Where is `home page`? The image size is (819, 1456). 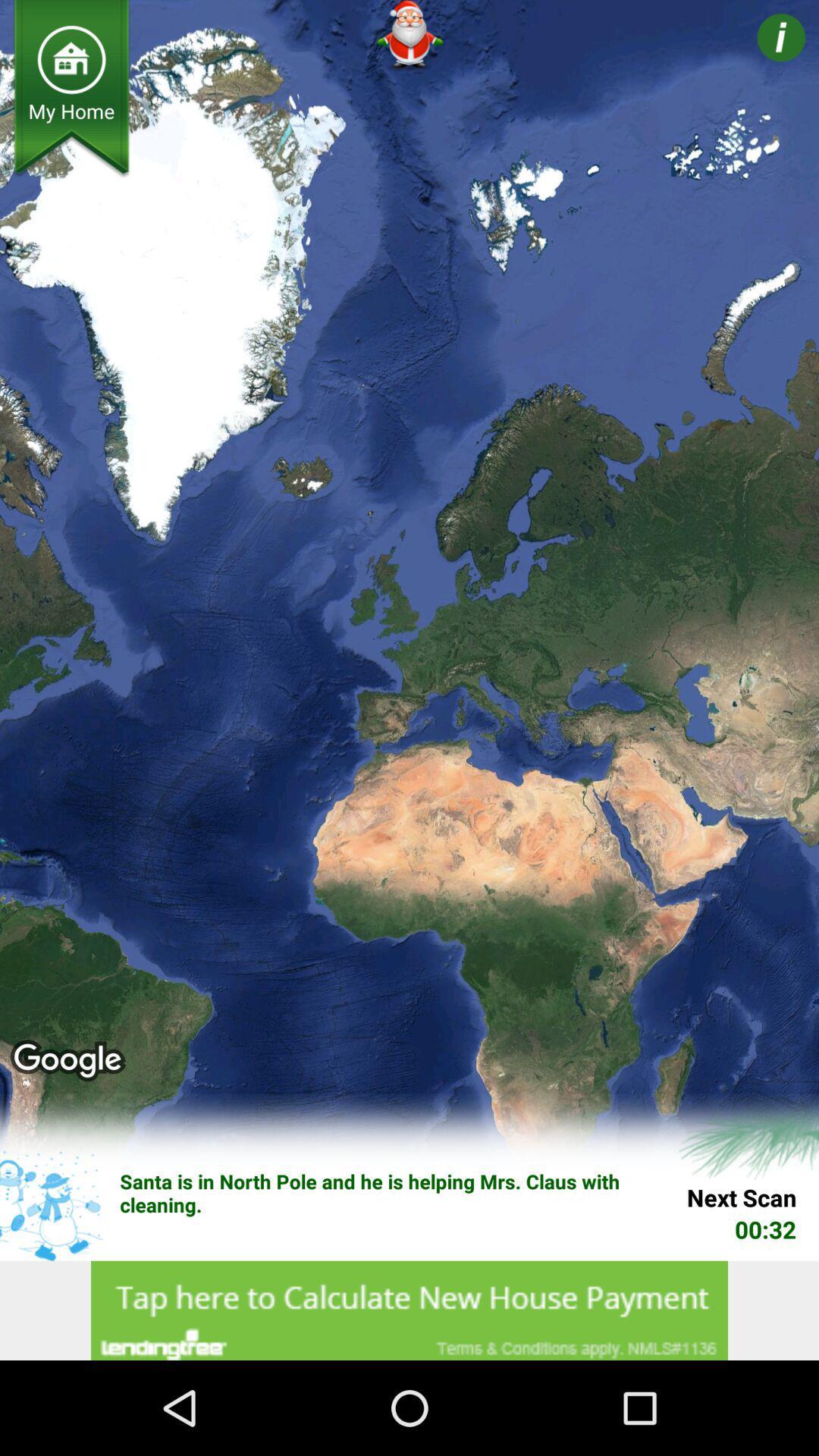
home page is located at coordinates (71, 59).